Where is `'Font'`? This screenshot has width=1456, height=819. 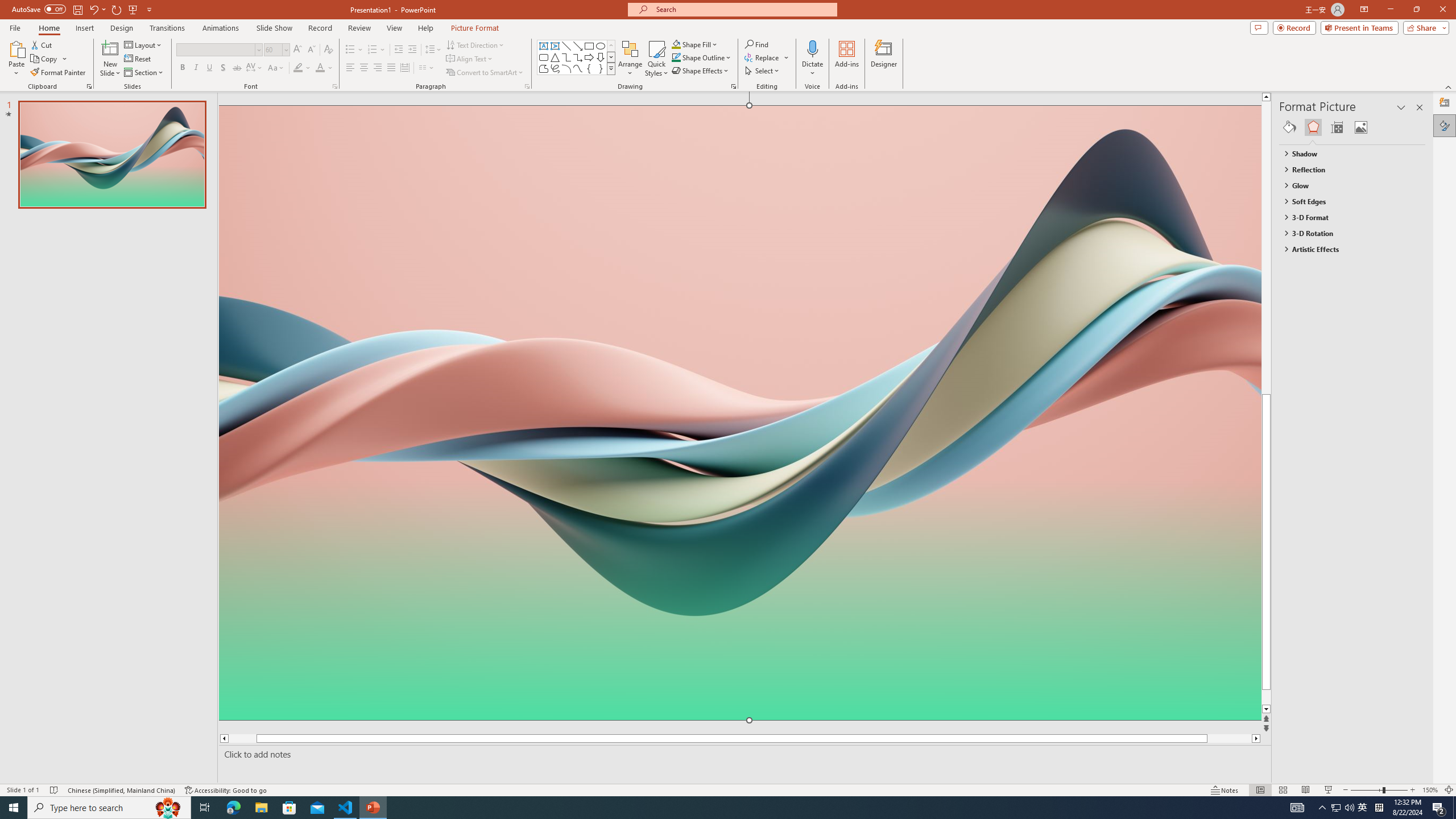 'Font' is located at coordinates (215, 49).